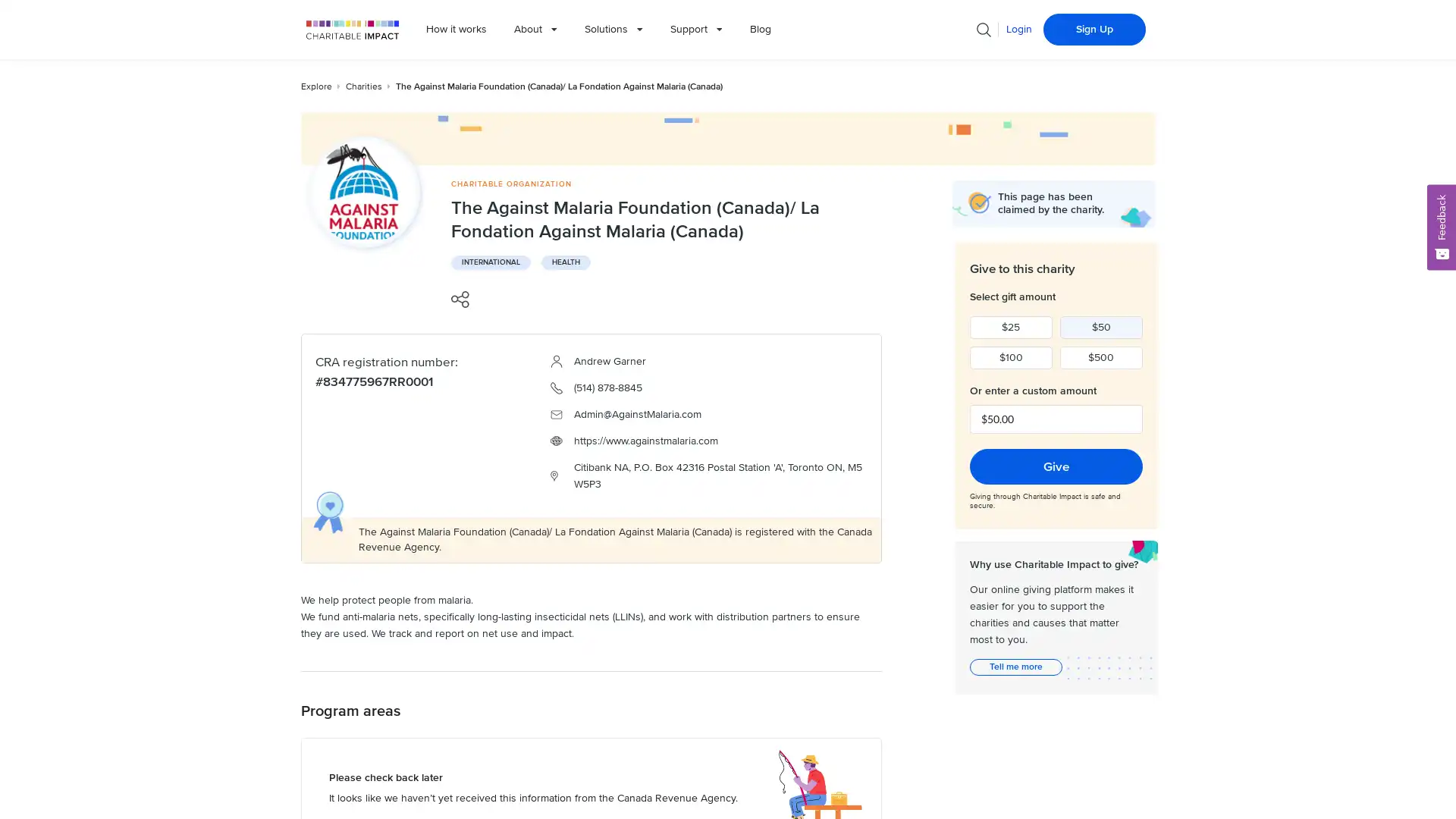  I want to click on $100, so click(1010, 356).